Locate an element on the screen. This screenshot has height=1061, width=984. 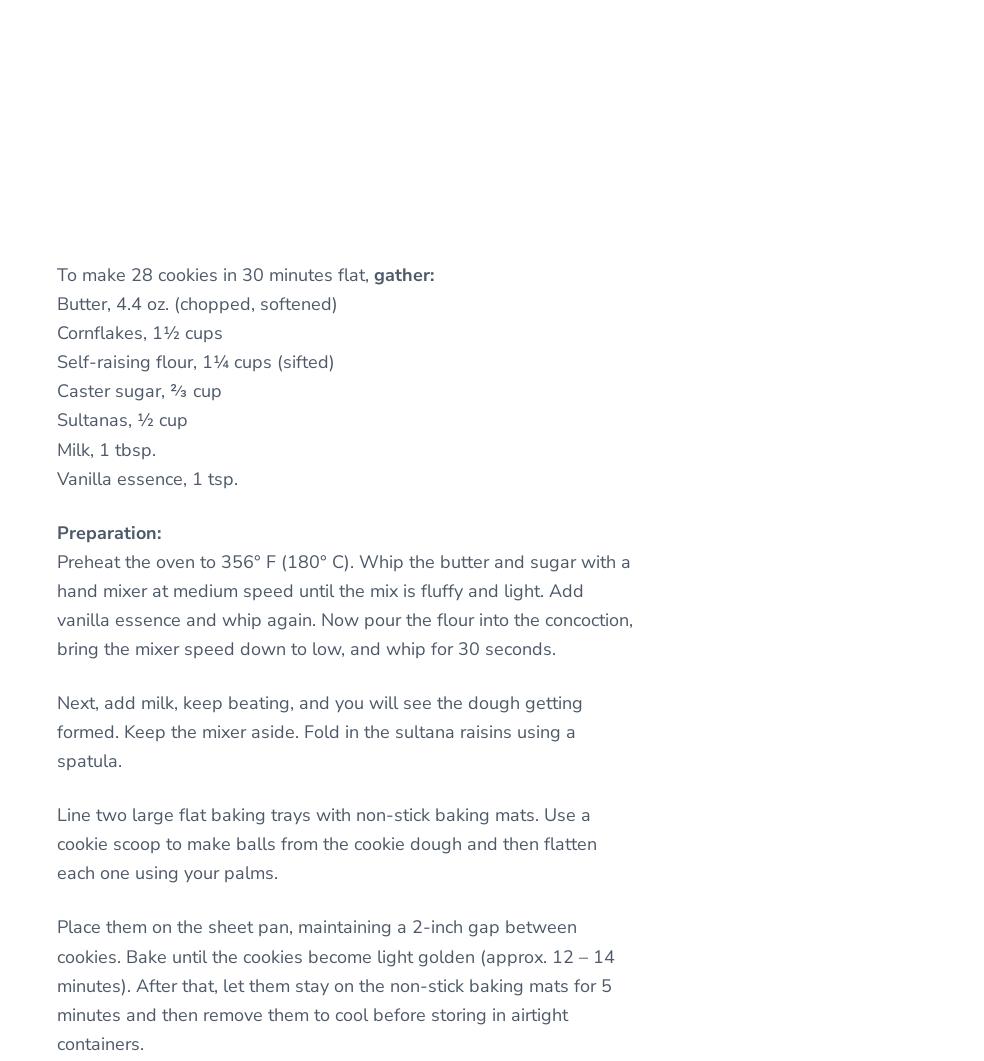
'Sultanas, ½ cup' is located at coordinates (121, 420).